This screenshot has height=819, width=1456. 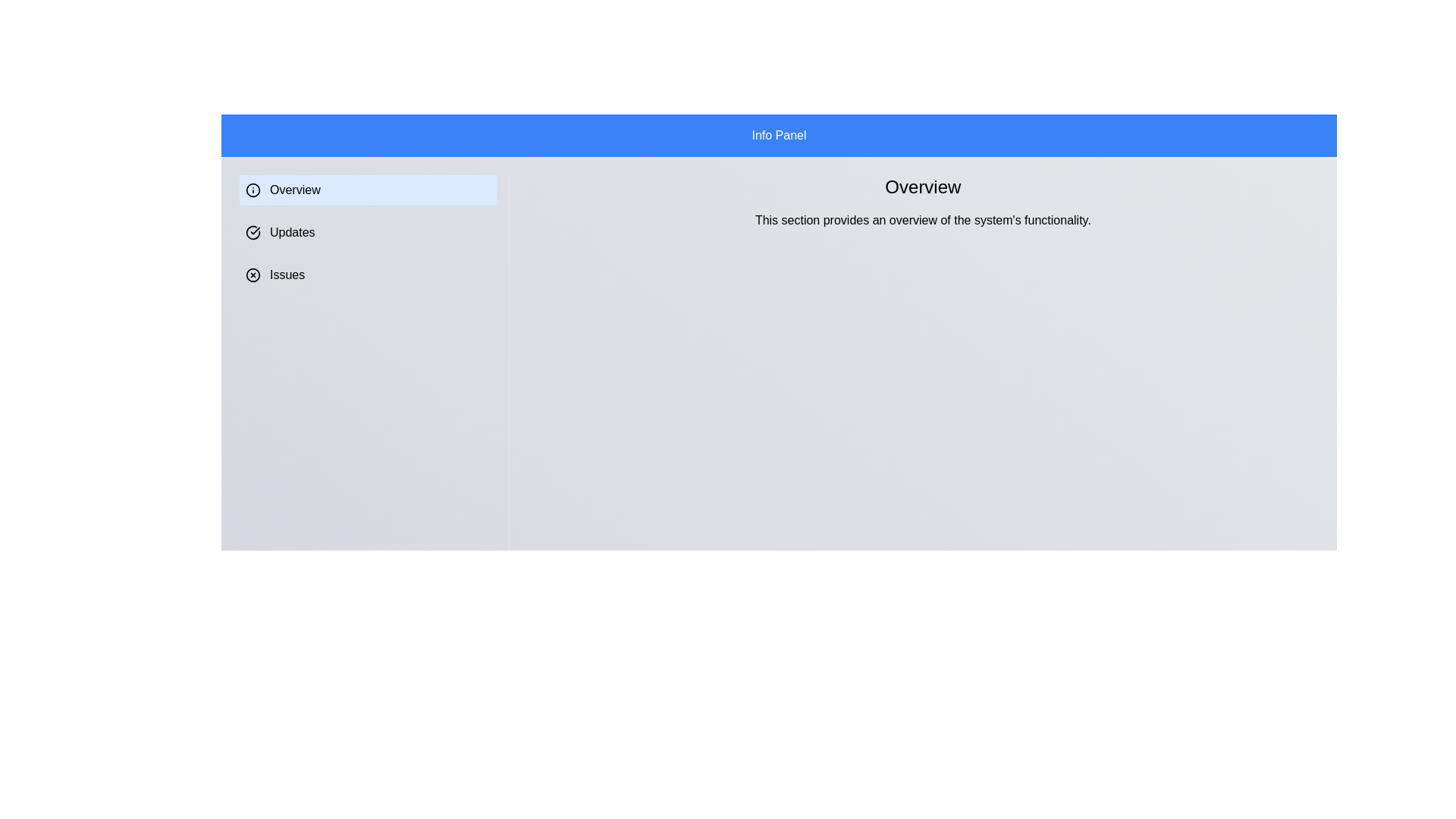 What do you see at coordinates (253, 233) in the screenshot?
I see `the icon for the Updates section` at bounding box center [253, 233].